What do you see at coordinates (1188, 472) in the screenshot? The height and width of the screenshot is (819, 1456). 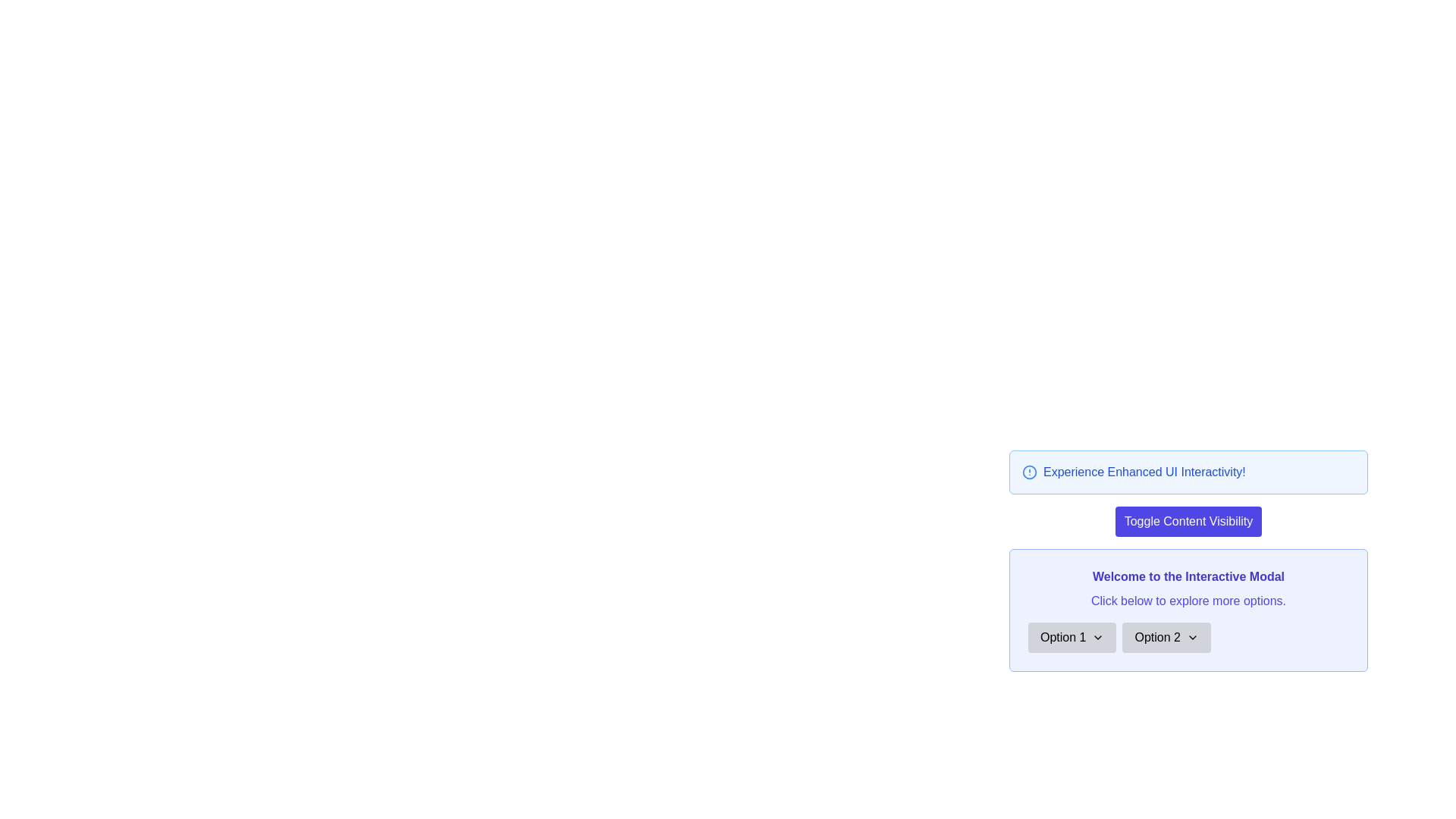 I see `the Informative banner or notification box that presents informational or promotional content, located above the 'Toggle Content Visibility' button and the 'Welcome to the Interactive Modal' section` at bounding box center [1188, 472].